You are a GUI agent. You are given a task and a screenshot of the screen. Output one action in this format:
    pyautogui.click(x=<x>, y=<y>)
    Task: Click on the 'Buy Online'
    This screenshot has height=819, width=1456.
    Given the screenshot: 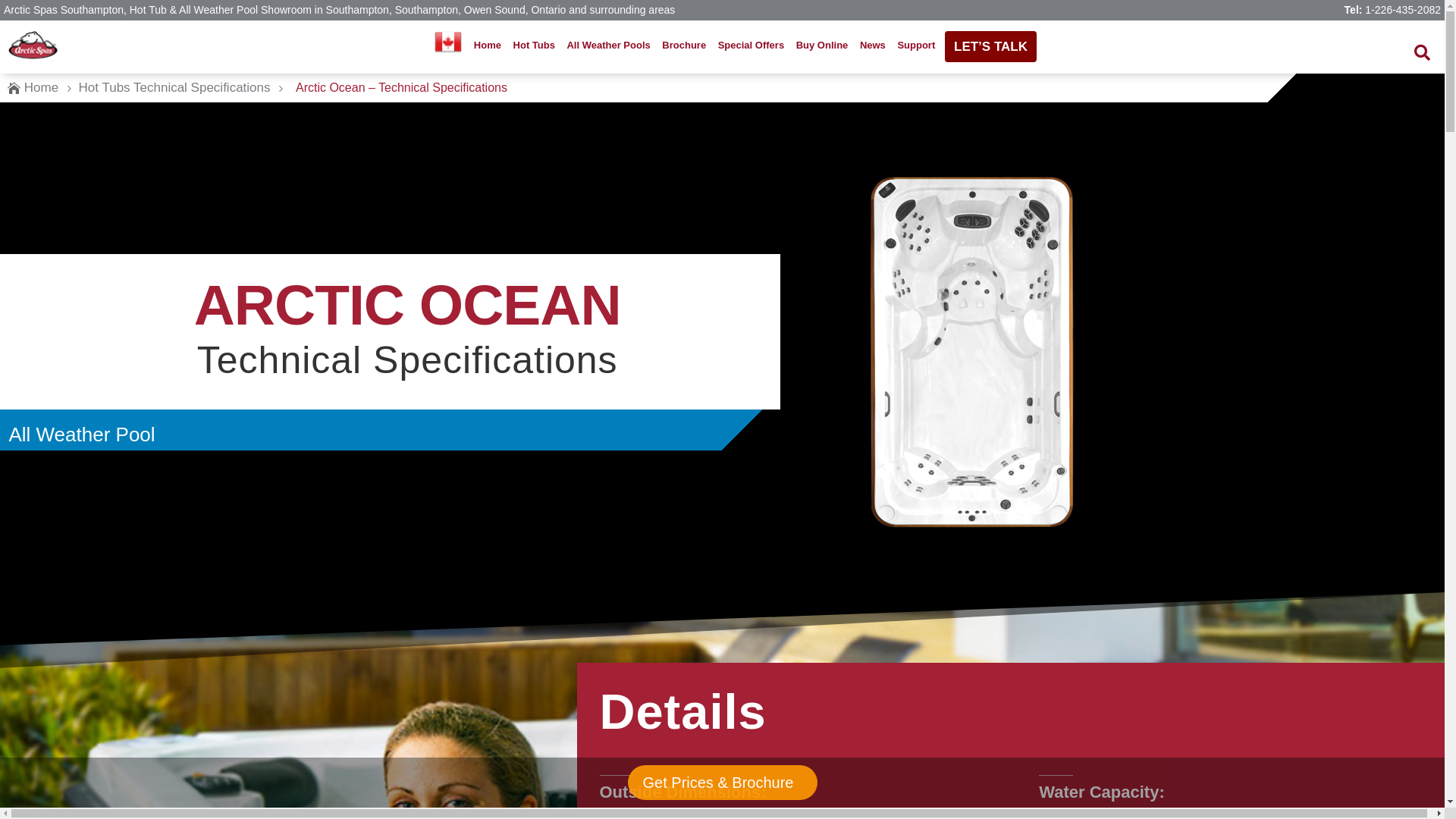 What is the action you would take?
    pyautogui.click(x=821, y=44)
    